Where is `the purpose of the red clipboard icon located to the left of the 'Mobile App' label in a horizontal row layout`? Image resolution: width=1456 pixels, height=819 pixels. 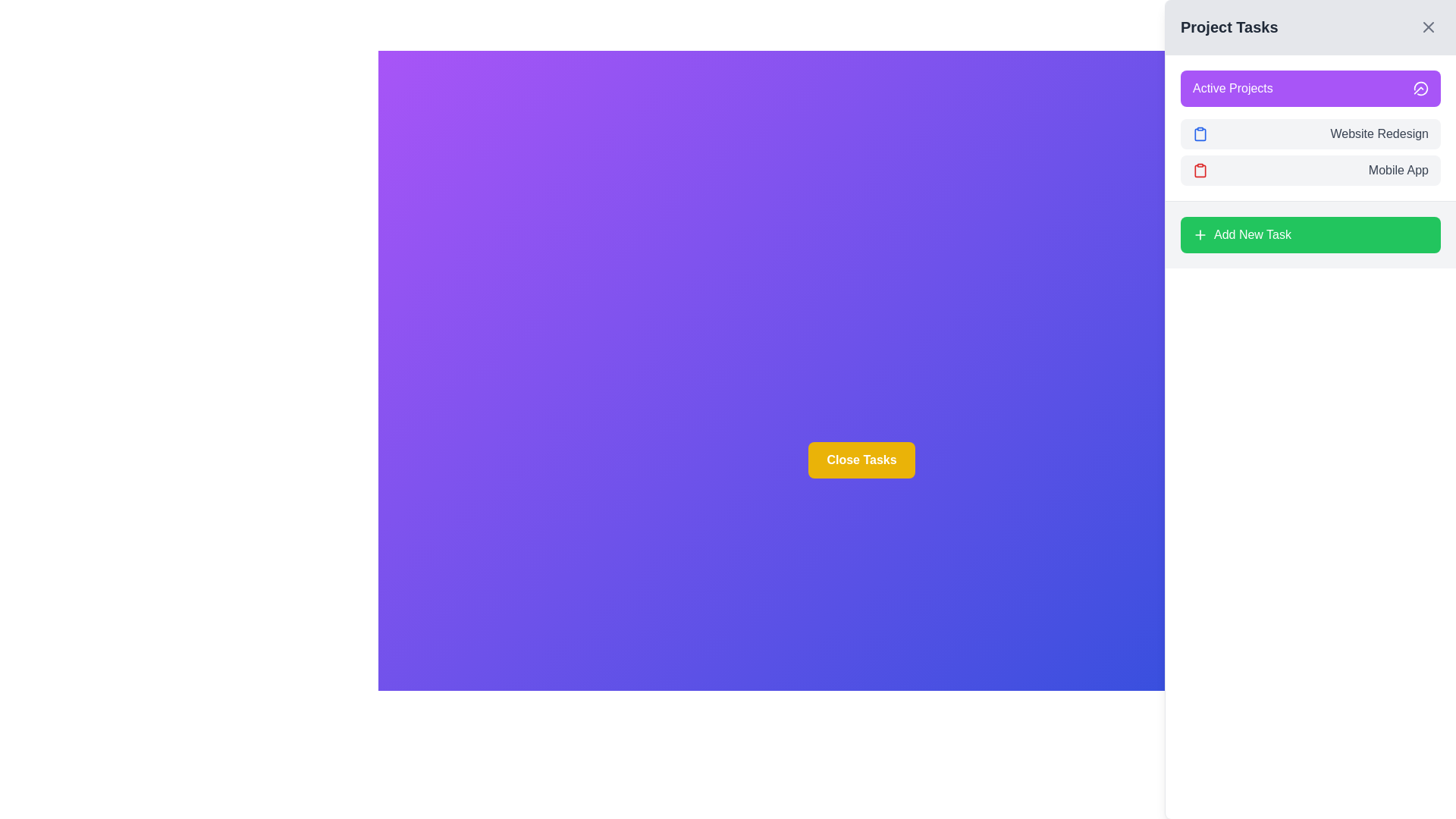
the purpose of the red clipboard icon located to the left of the 'Mobile App' label in a horizontal row layout is located at coordinates (1200, 170).